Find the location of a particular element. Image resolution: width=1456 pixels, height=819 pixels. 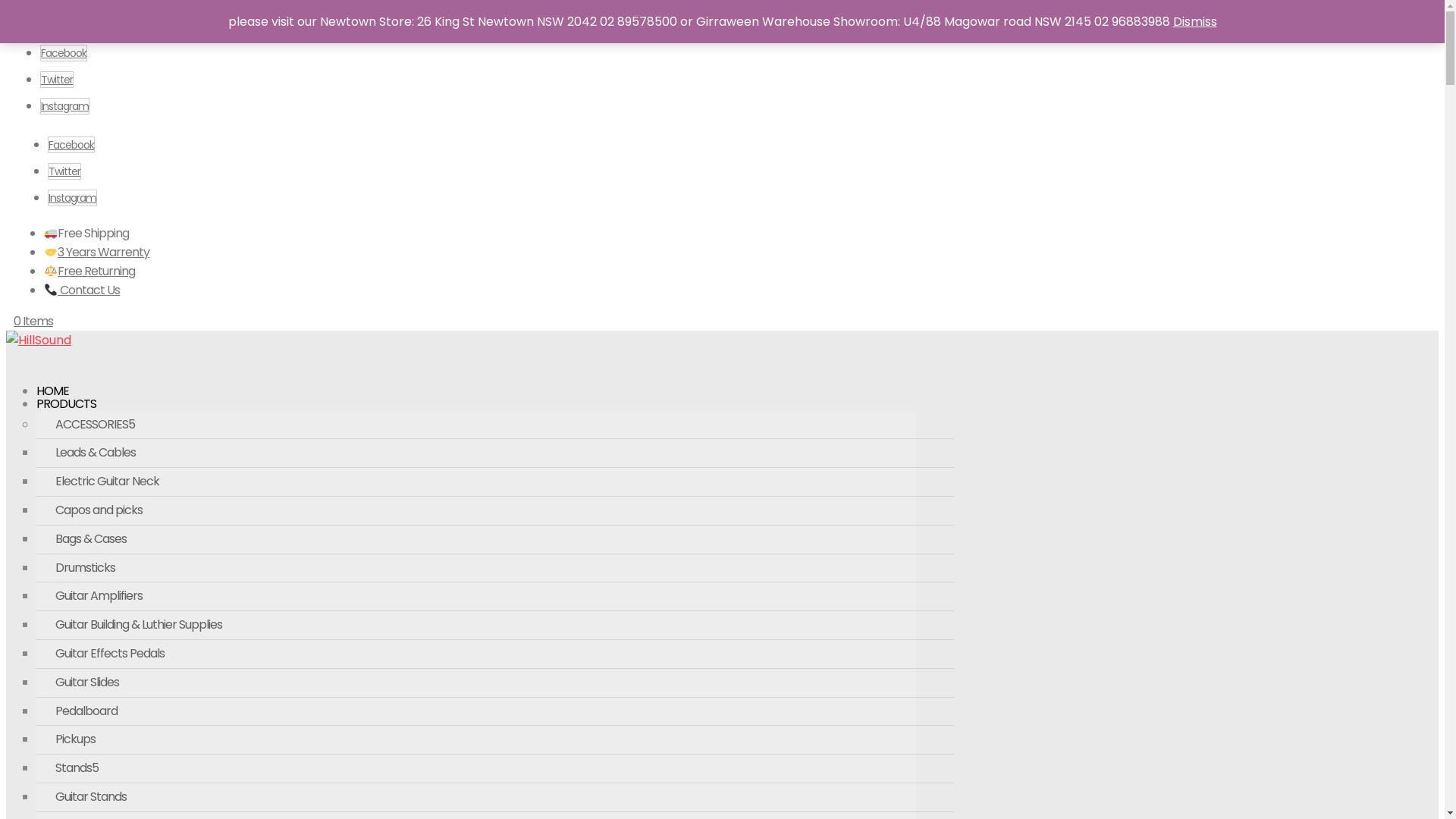

'Free Returning' is located at coordinates (89, 270).